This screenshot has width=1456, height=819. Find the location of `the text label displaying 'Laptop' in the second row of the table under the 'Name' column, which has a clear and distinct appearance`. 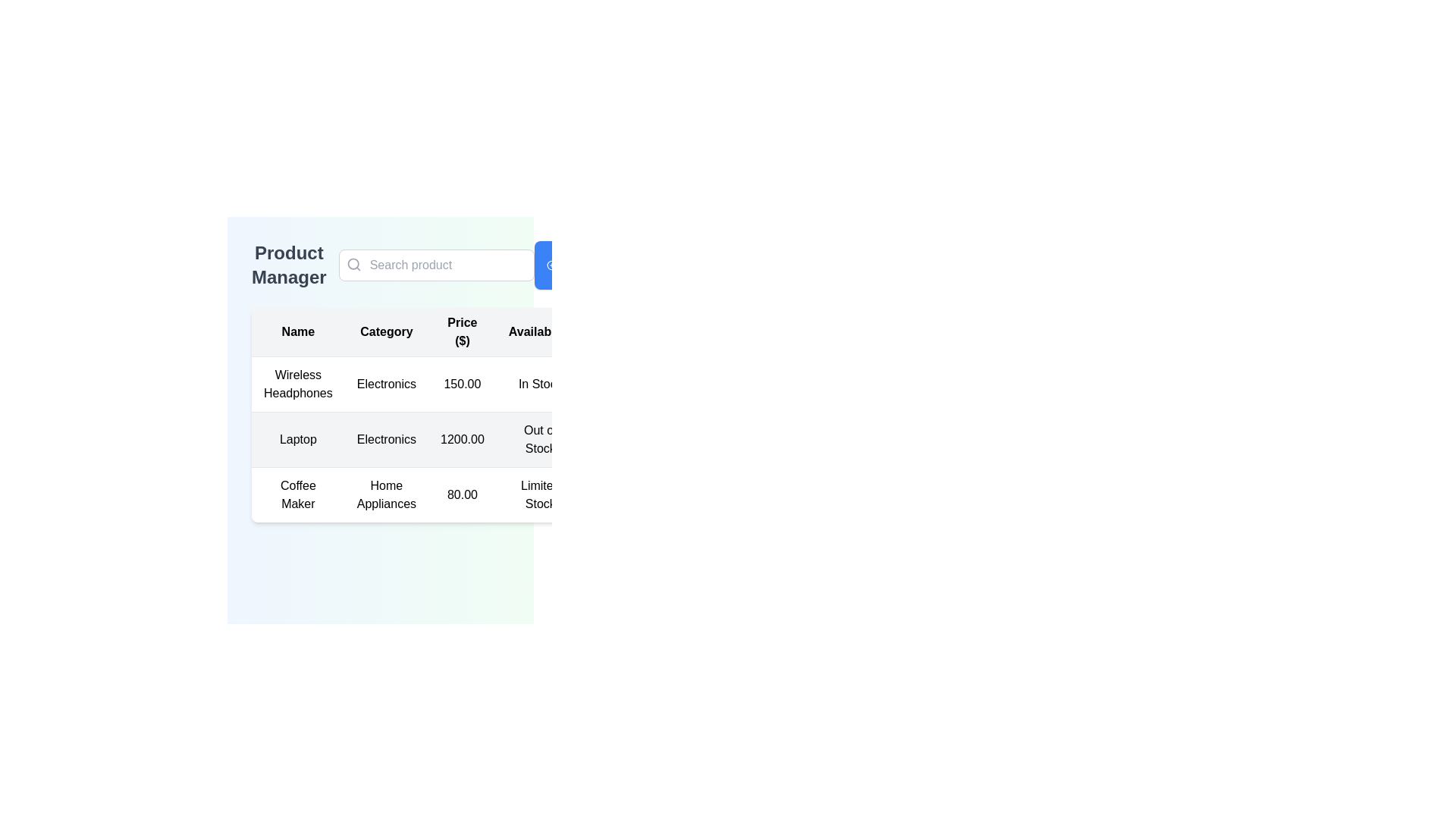

the text label displaying 'Laptop' in the second row of the table under the 'Name' column, which has a clear and distinct appearance is located at coordinates (298, 439).